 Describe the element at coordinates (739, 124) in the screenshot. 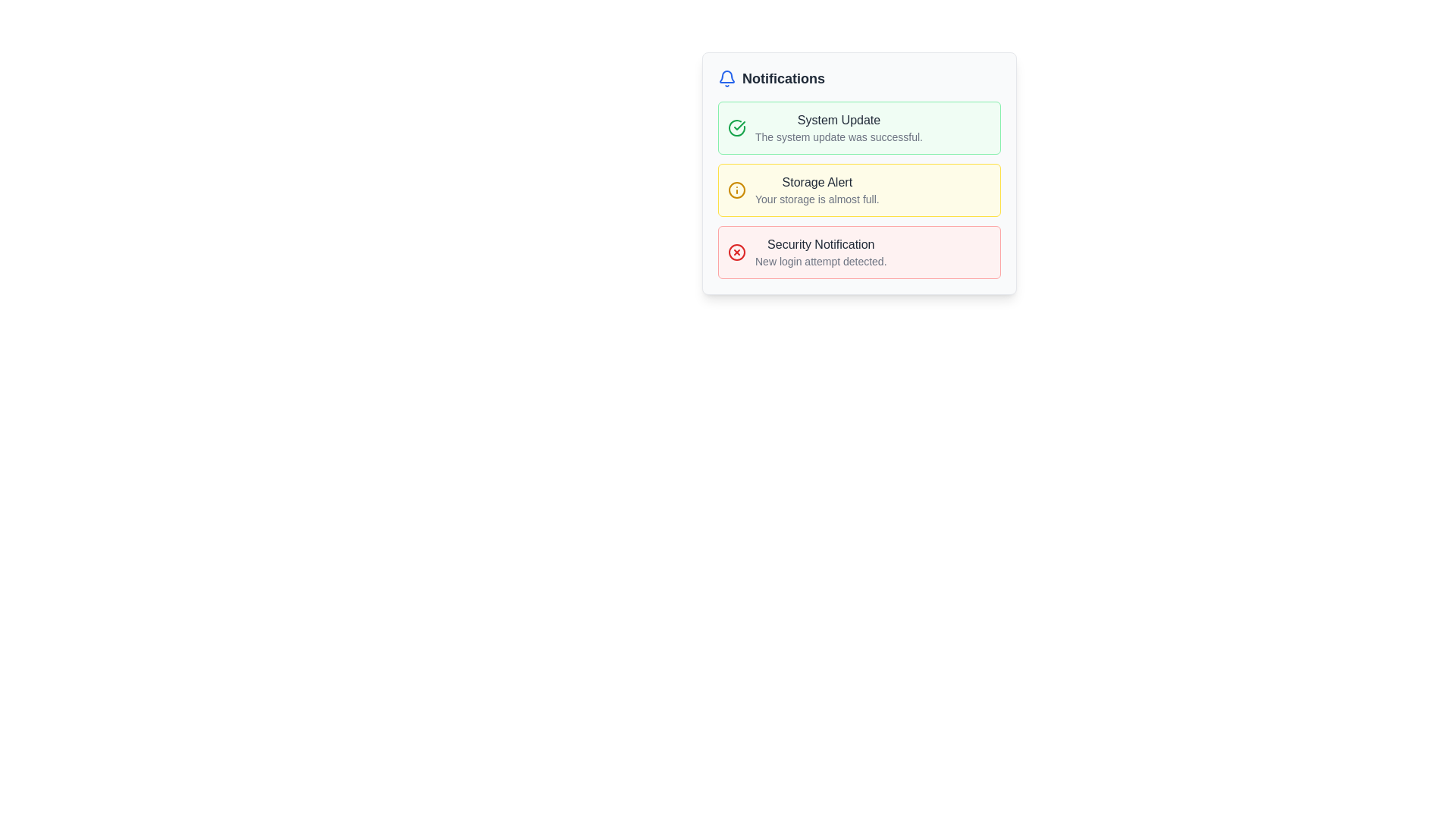

I see `the green checkmark icon indicating success in the first row of the notification list` at that location.